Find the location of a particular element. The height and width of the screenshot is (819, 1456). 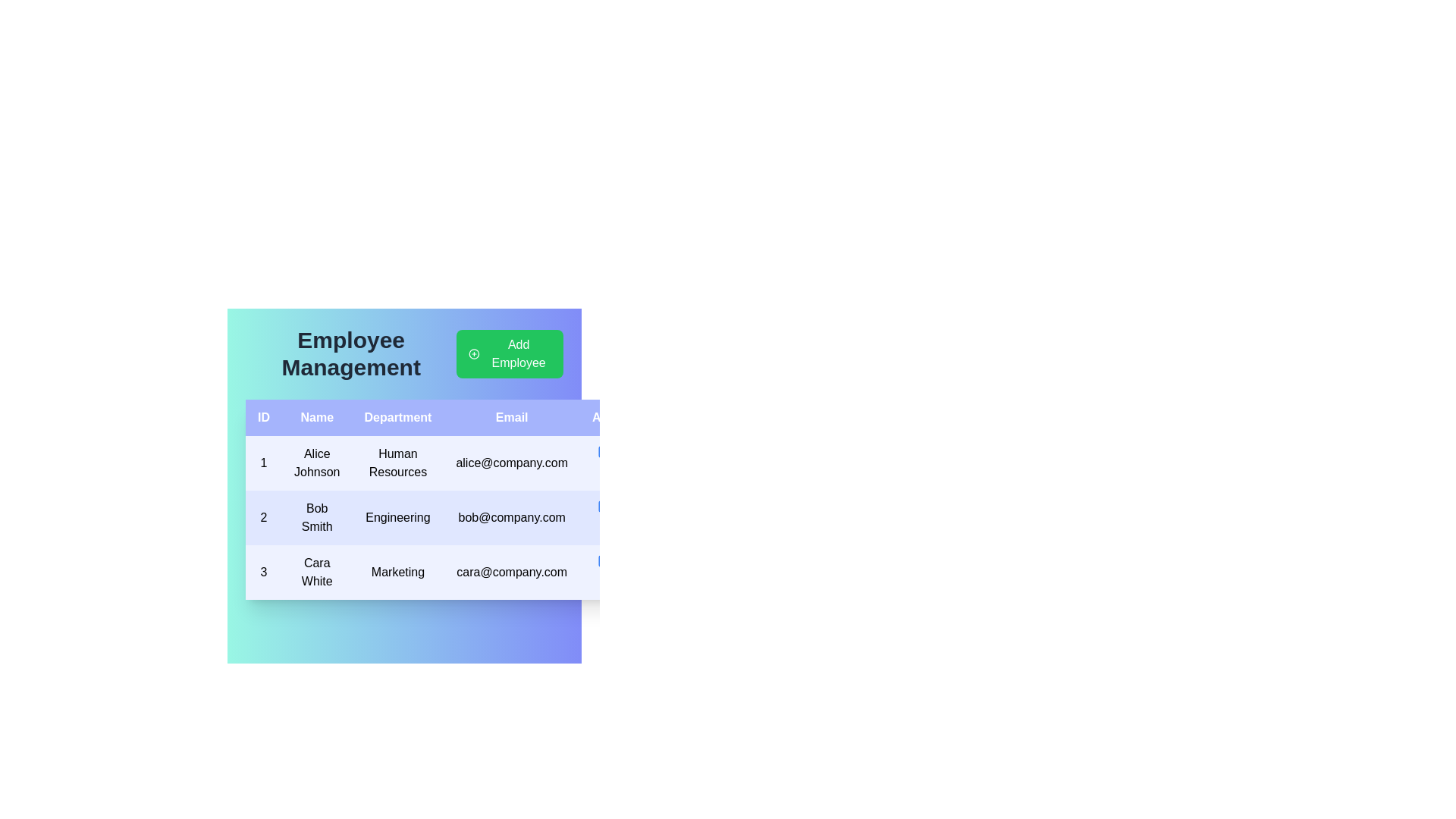

the text label displaying 'Bob Smith' which is located in the second row of the table under the 'Name' column, between the IDs '2' and 'Engineering' is located at coordinates (316, 516).